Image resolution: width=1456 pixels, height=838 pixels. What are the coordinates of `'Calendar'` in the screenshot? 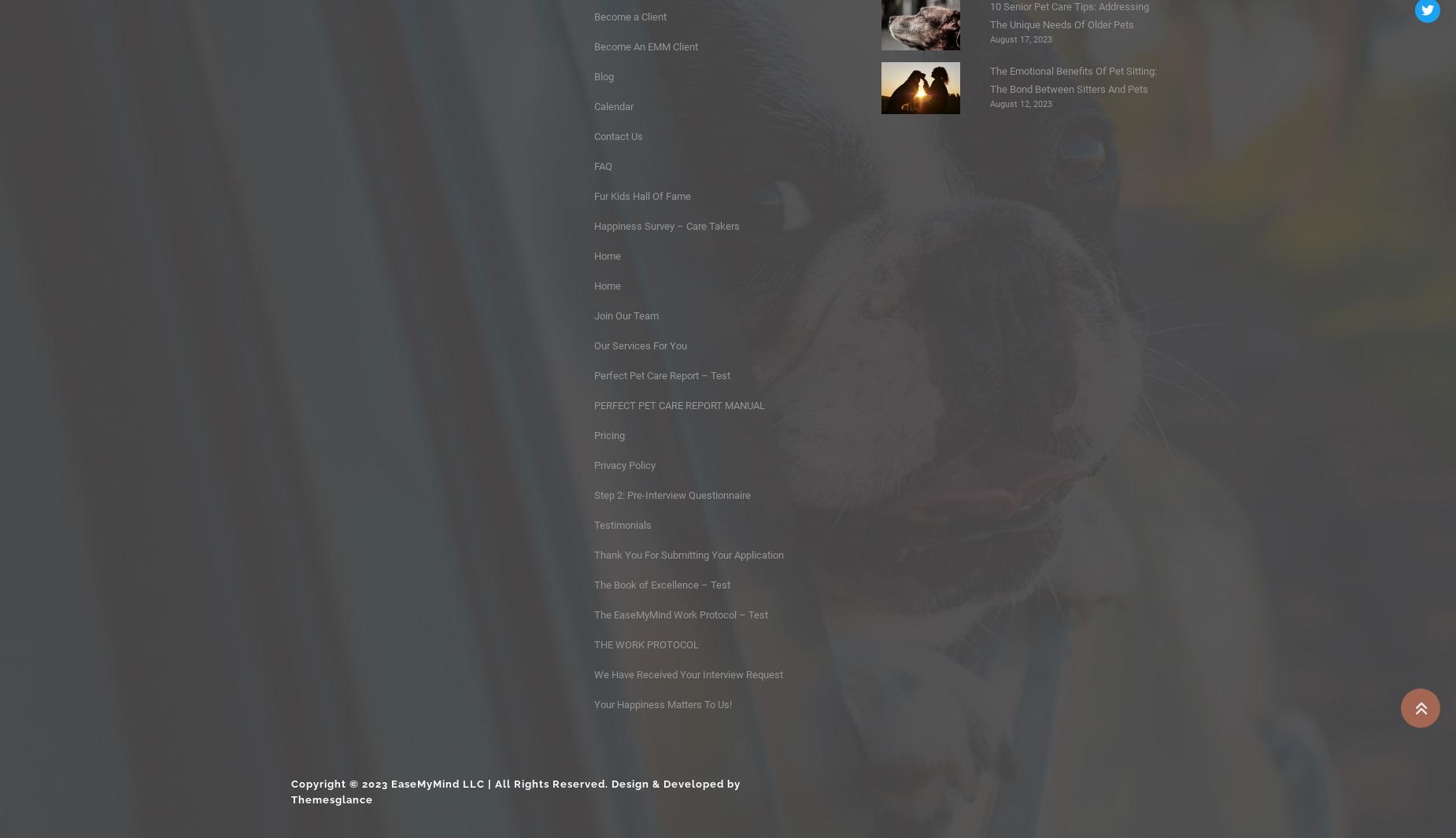 It's located at (613, 105).